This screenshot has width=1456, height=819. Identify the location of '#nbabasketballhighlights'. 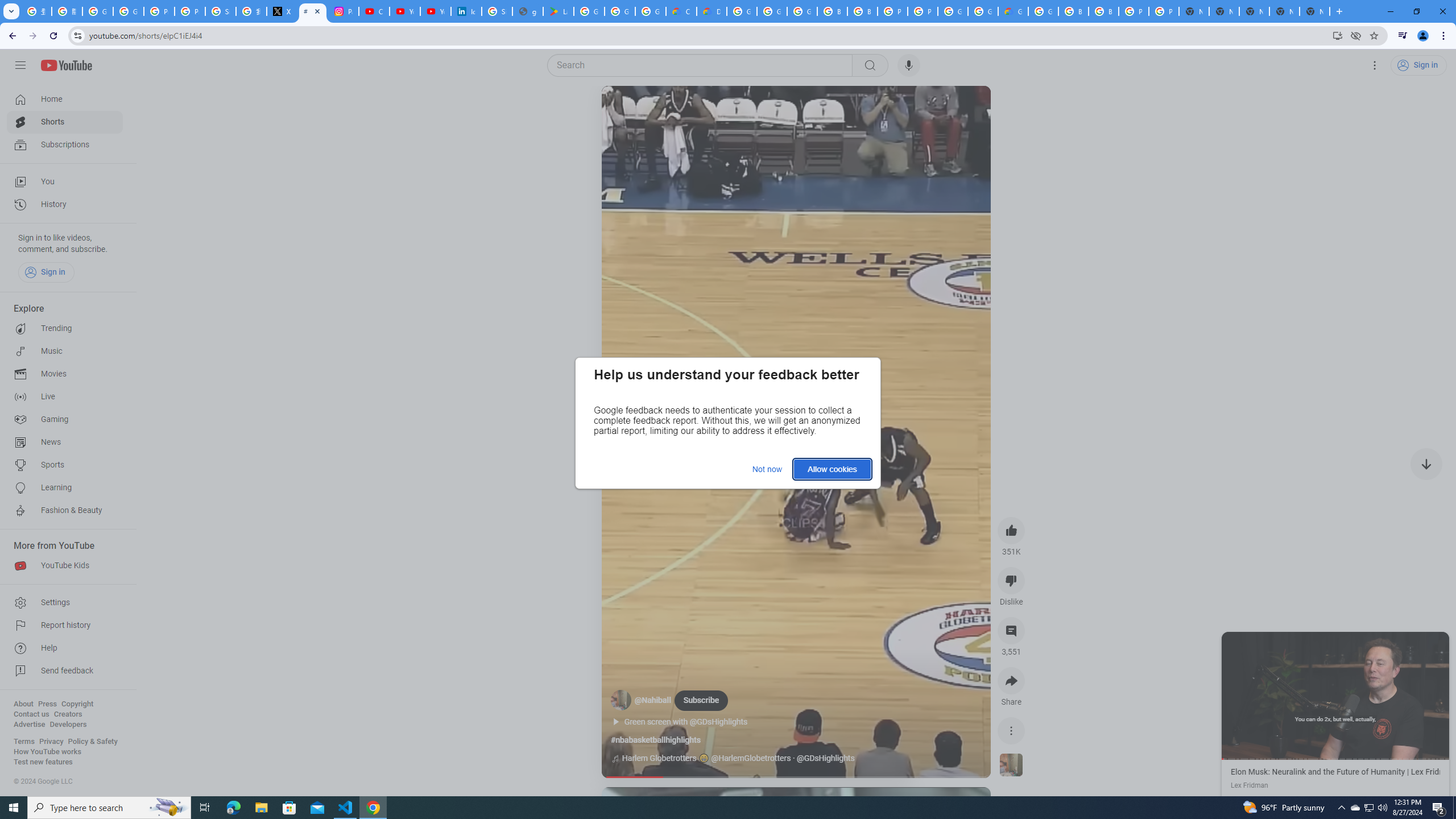
(655, 740).